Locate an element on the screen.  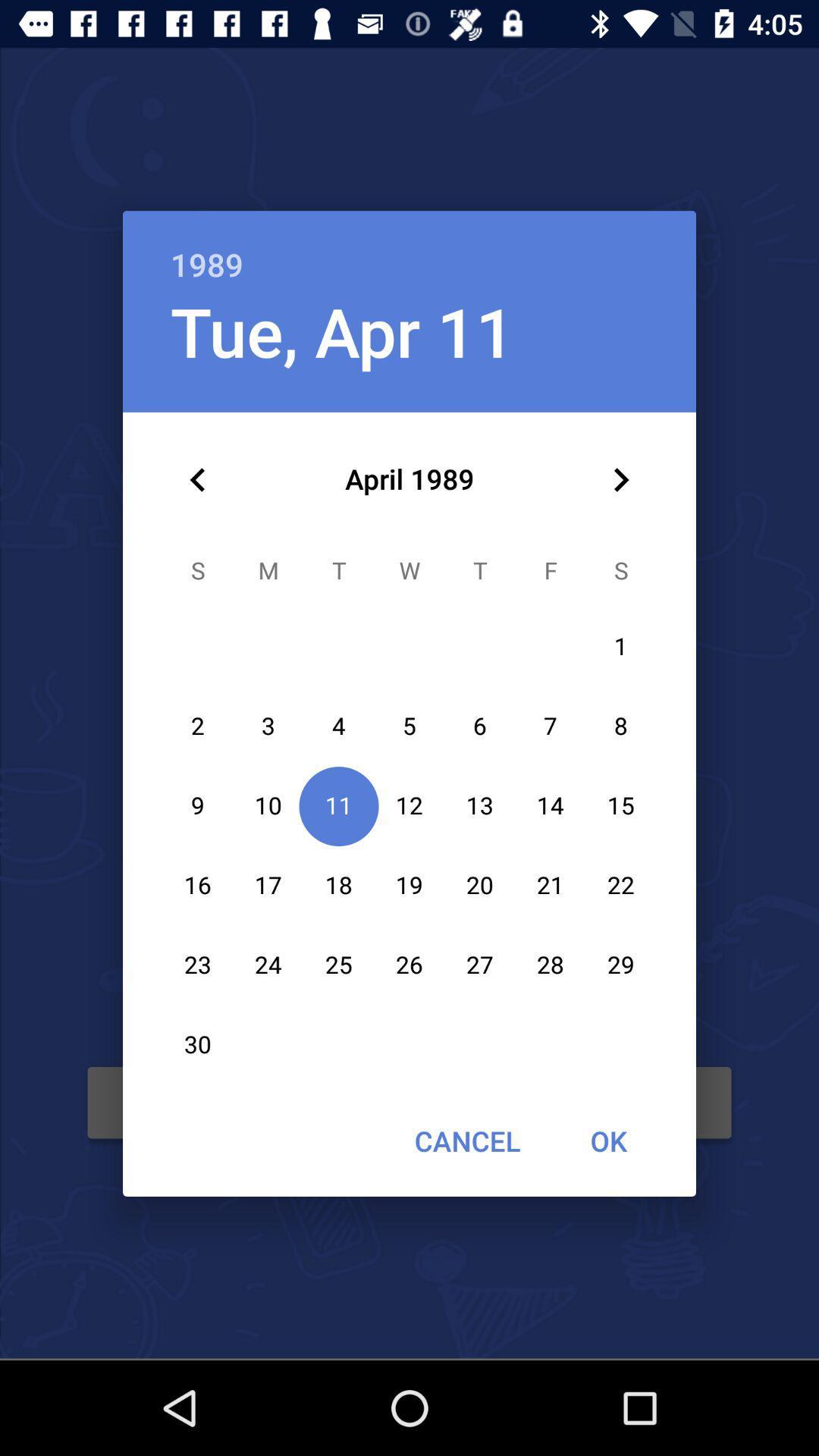
item at the bottom right corner is located at coordinates (607, 1141).